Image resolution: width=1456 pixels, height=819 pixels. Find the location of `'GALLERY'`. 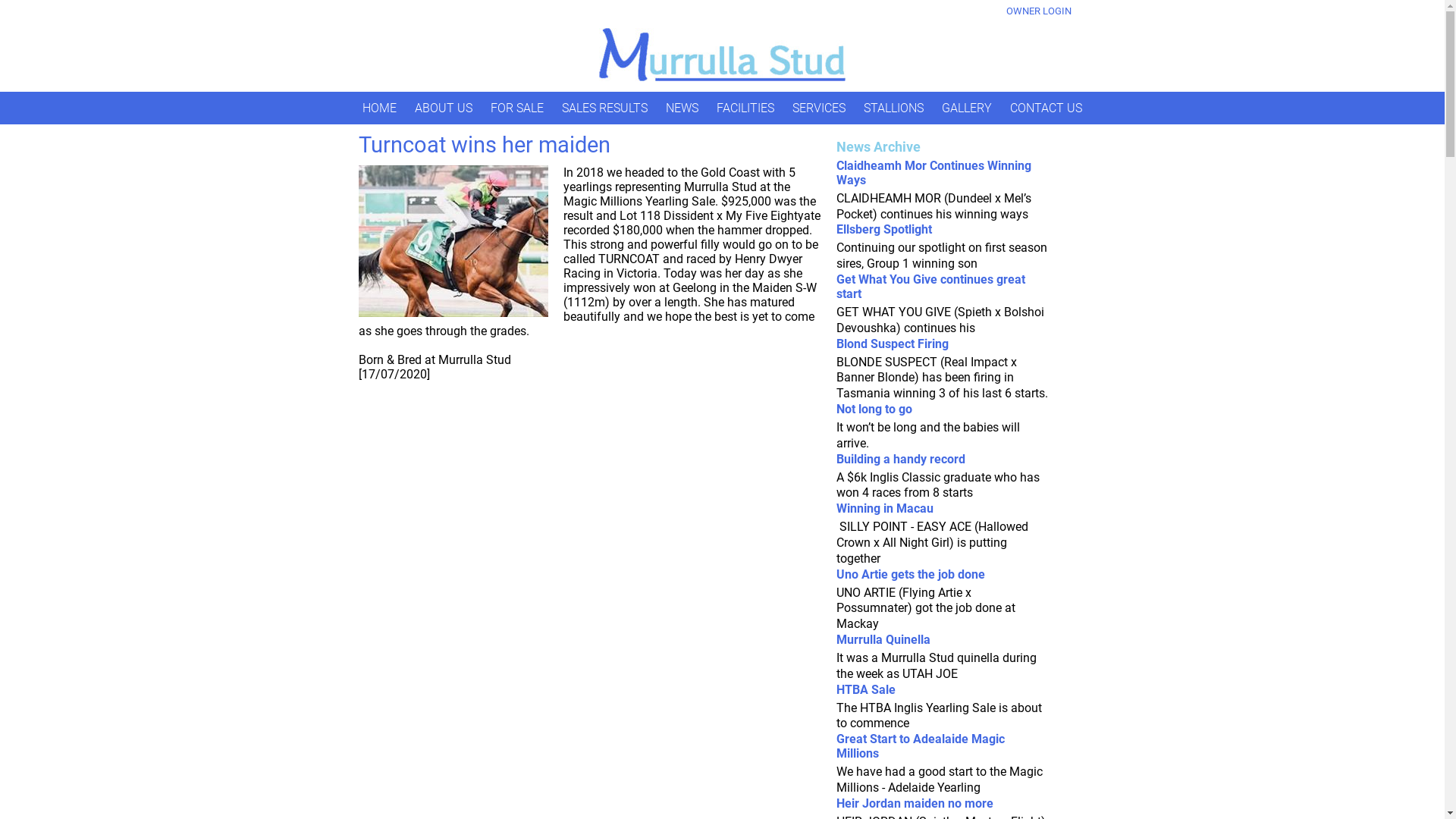

'GALLERY' is located at coordinates (941, 107).